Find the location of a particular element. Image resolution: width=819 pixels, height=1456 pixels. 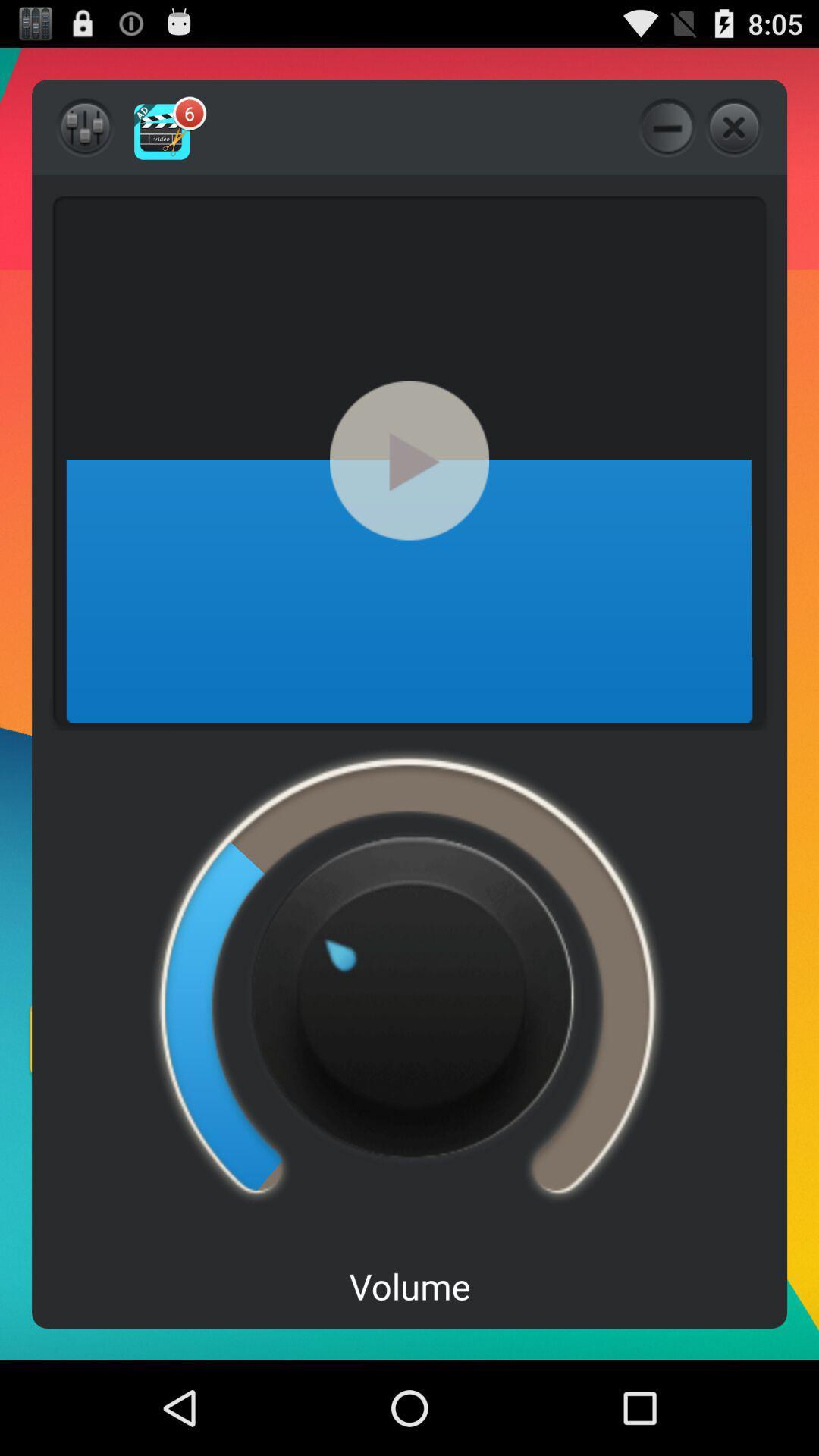

the close icon is located at coordinates (733, 136).